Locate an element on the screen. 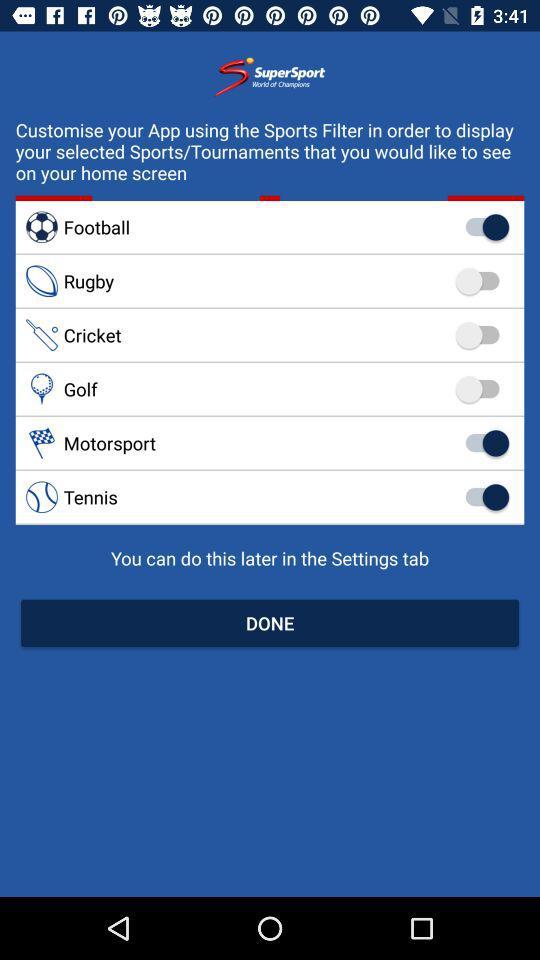 Image resolution: width=540 pixels, height=960 pixels. tennis is located at coordinates (270, 496).